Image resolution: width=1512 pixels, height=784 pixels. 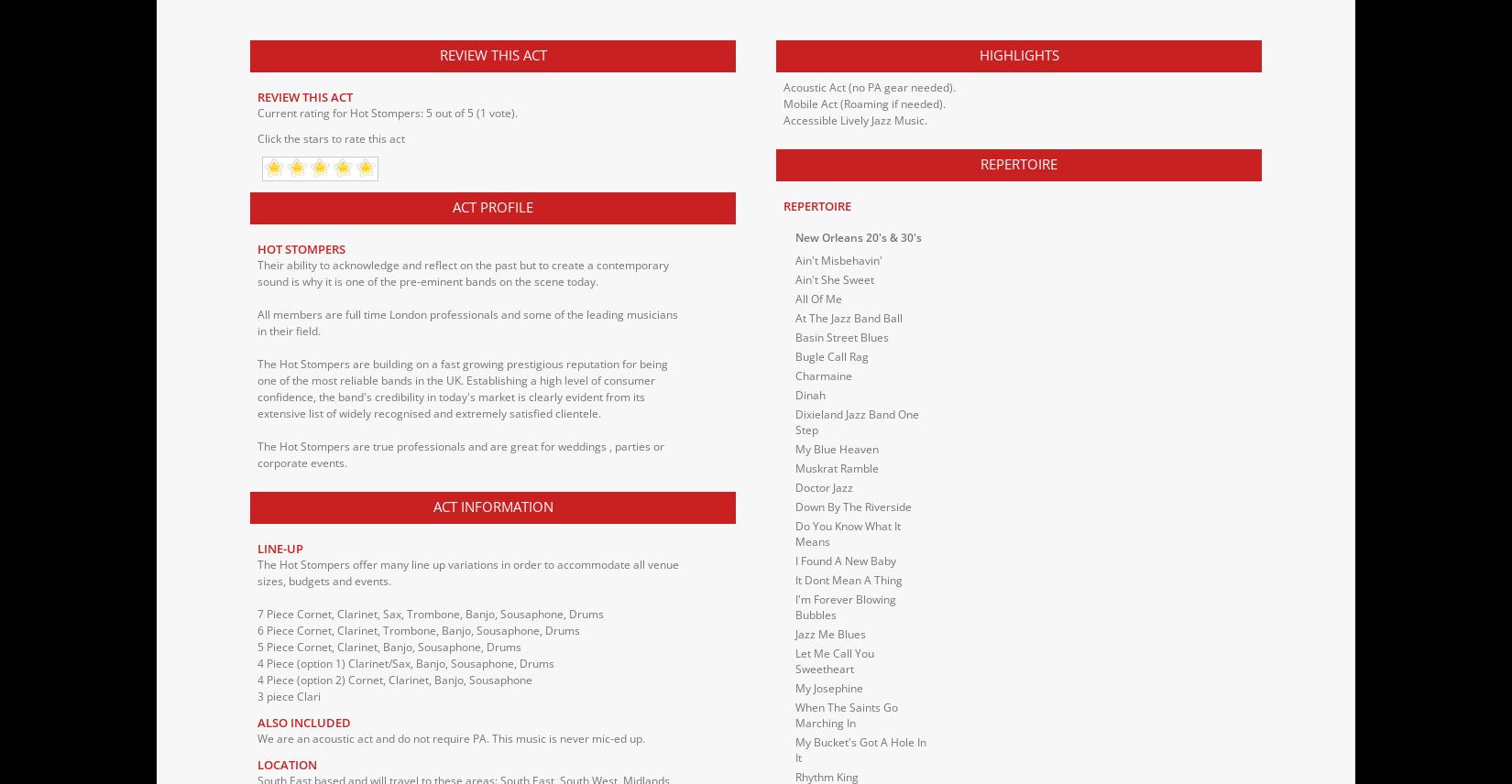 I want to click on 'At The Jazz Band Ball', so click(x=849, y=316).